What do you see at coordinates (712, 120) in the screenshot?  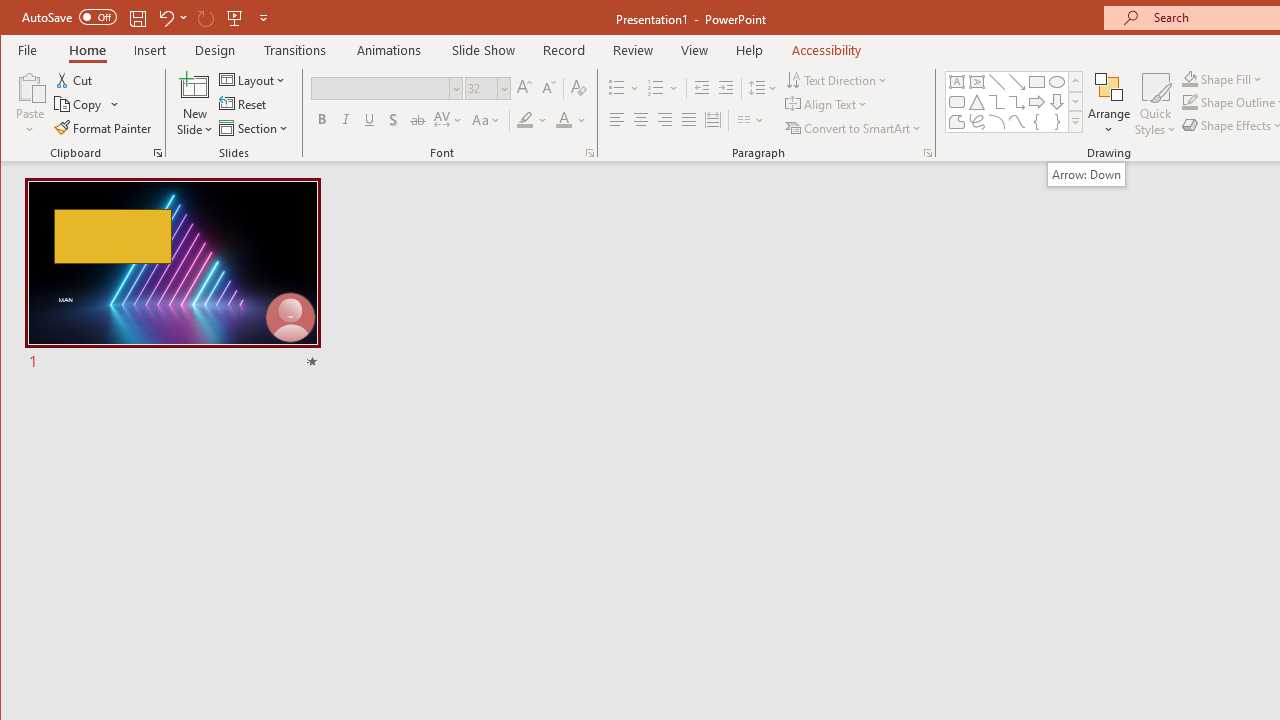 I see `'Distributed'` at bounding box center [712, 120].